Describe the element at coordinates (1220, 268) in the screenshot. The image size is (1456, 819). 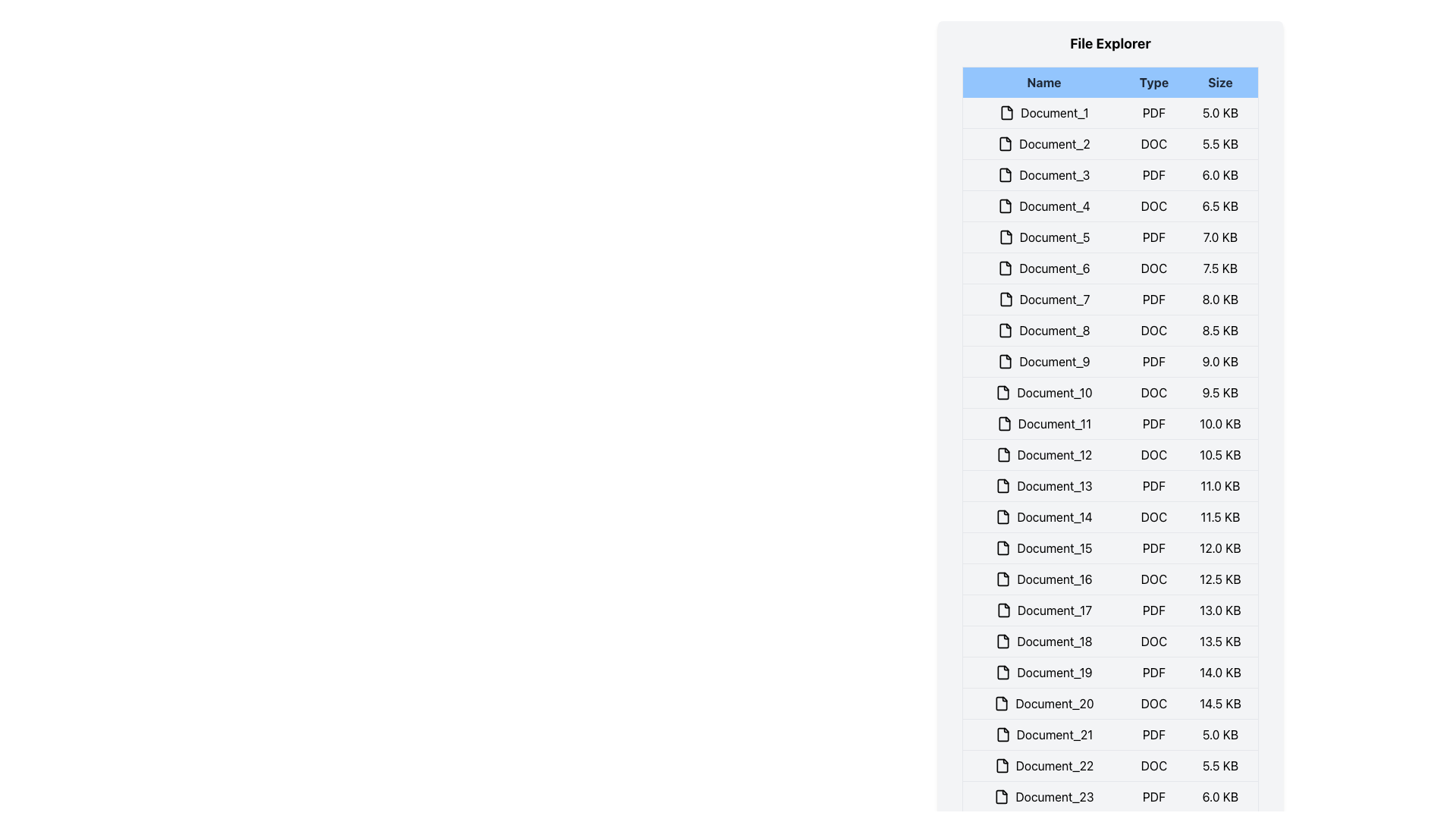
I see `the text label displaying '7.5 KB' in the 'Size' column of the file explorer table, located in the sixth row` at that location.